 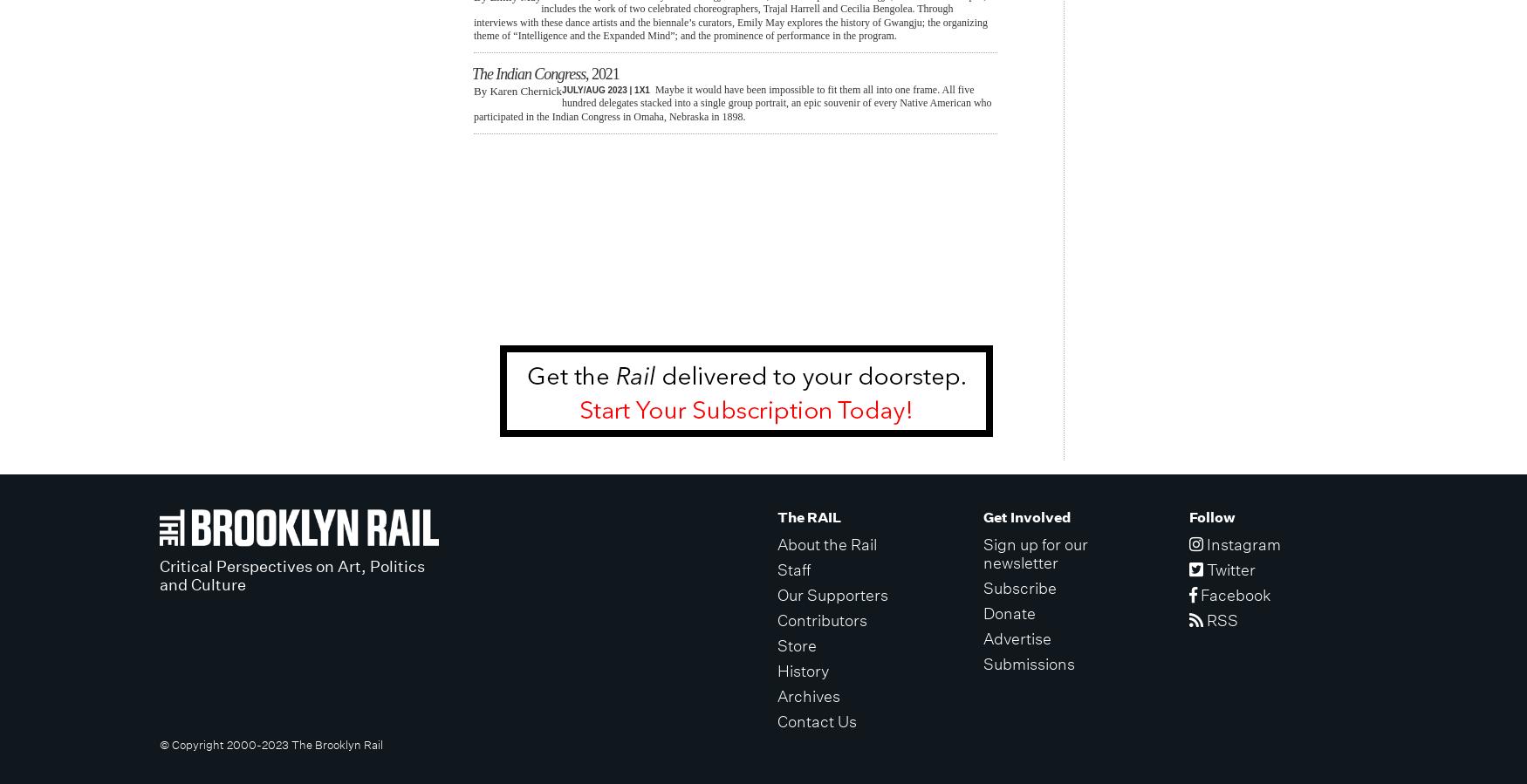 I want to click on 'Get Involved', so click(x=983, y=516).